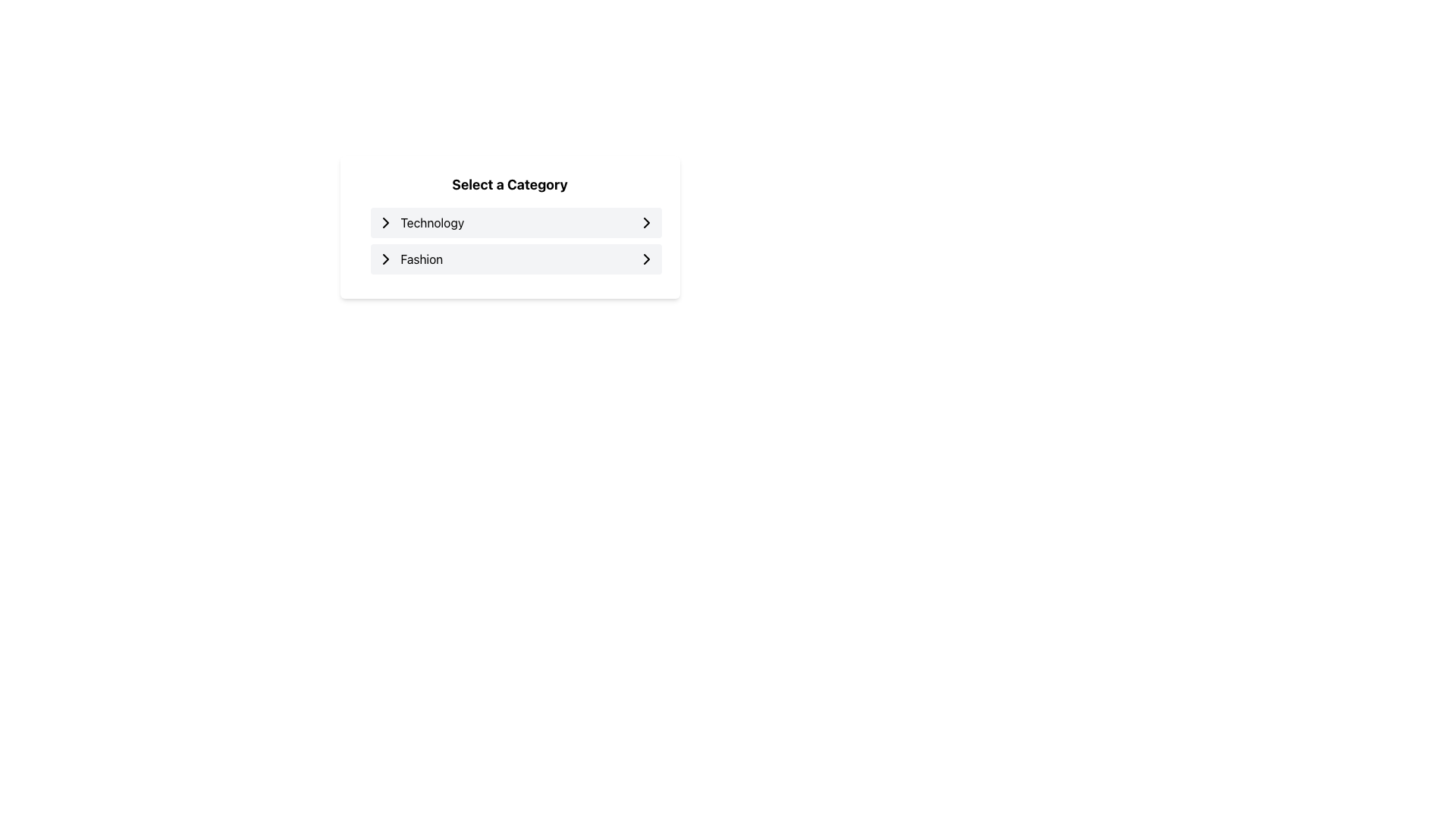  What do you see at coordinates (420, 222) in the screenshot?
I see `the List Item labeled 'Technology'` at bounding box center [420, 222].